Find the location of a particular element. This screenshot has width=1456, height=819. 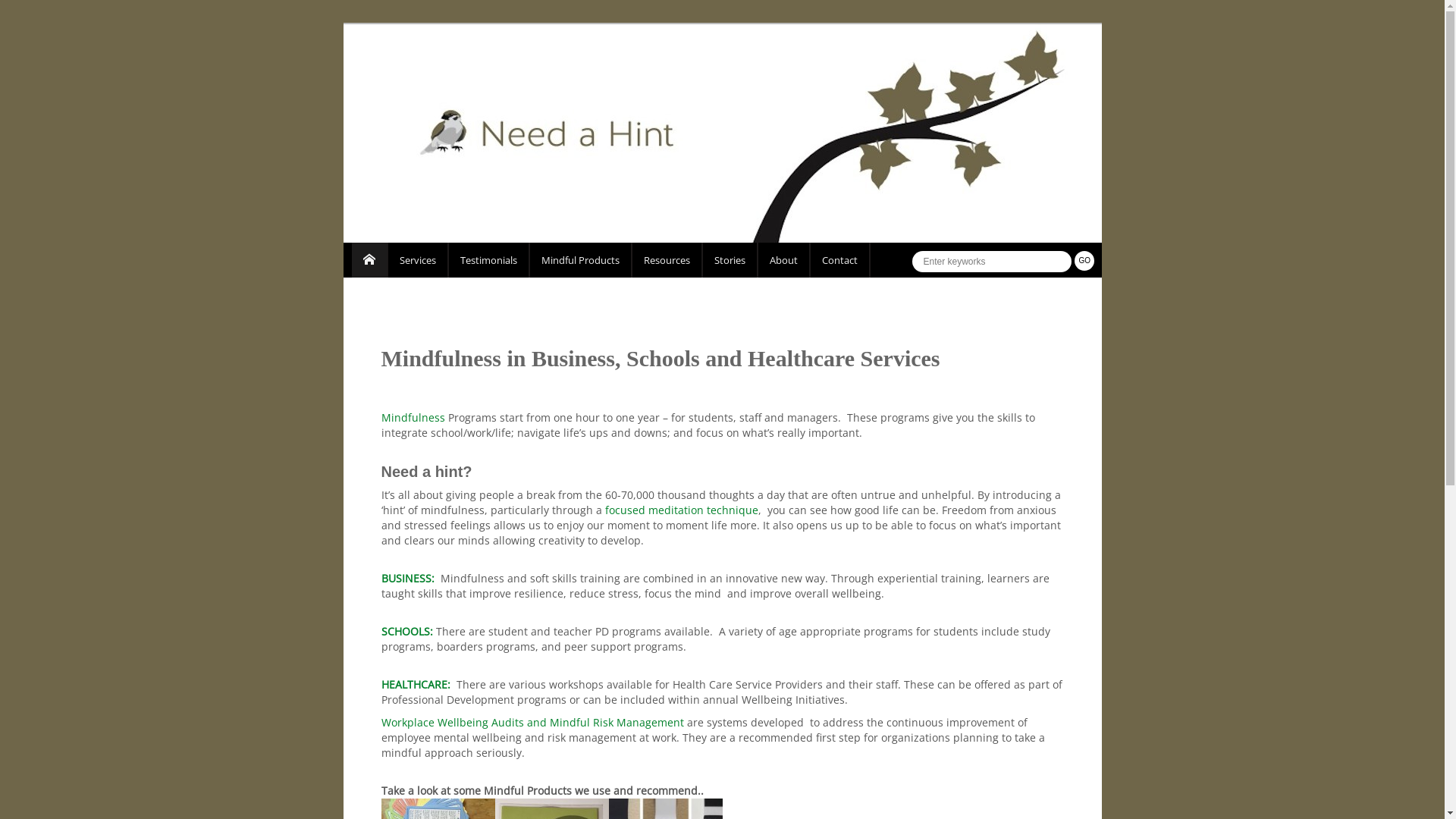

'BUSINESS:' is located at coordinates (407, 578).